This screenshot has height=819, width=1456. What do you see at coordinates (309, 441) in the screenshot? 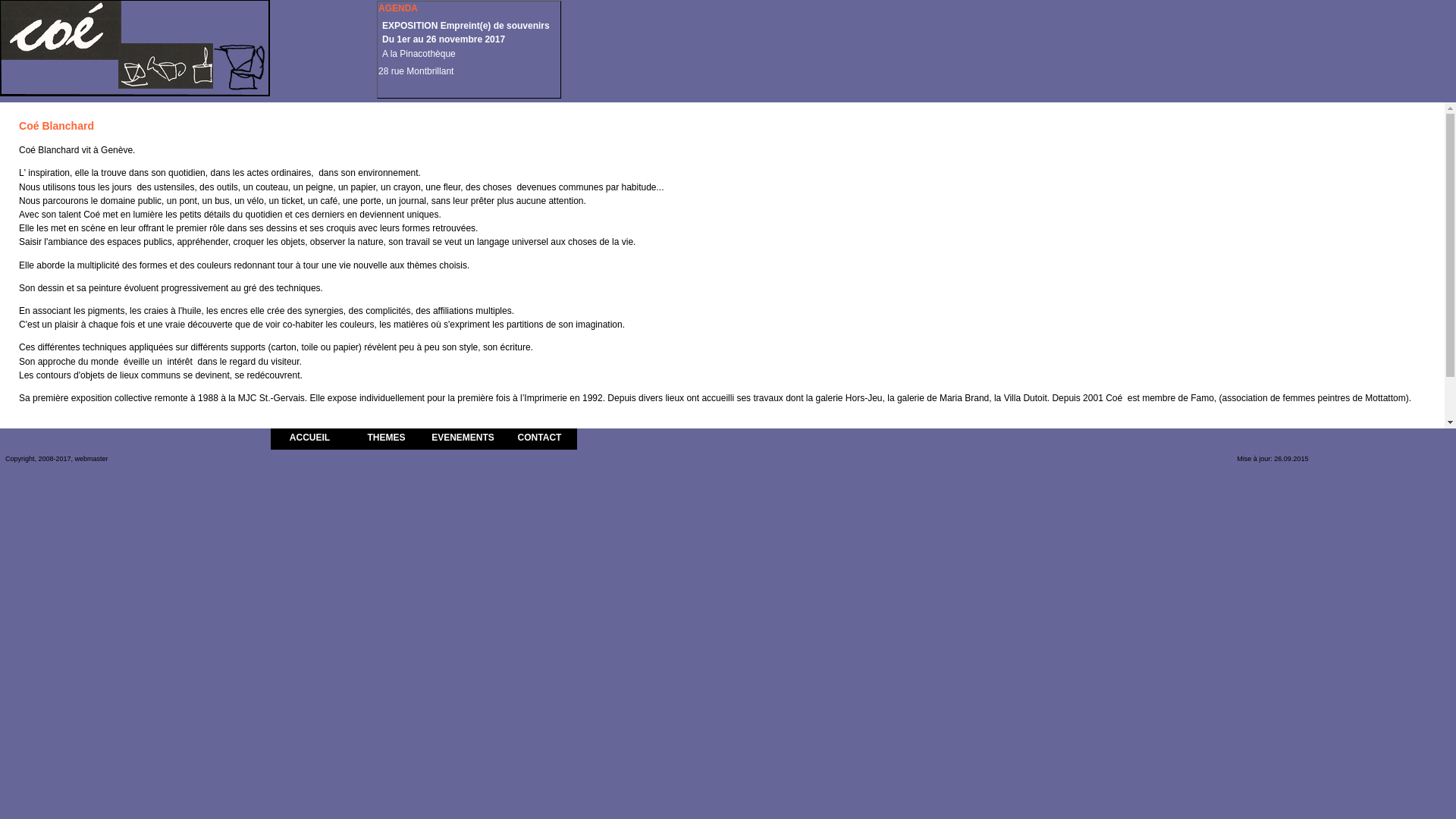
I see `'ACCUEIL'` at bounding box center [309, 441].